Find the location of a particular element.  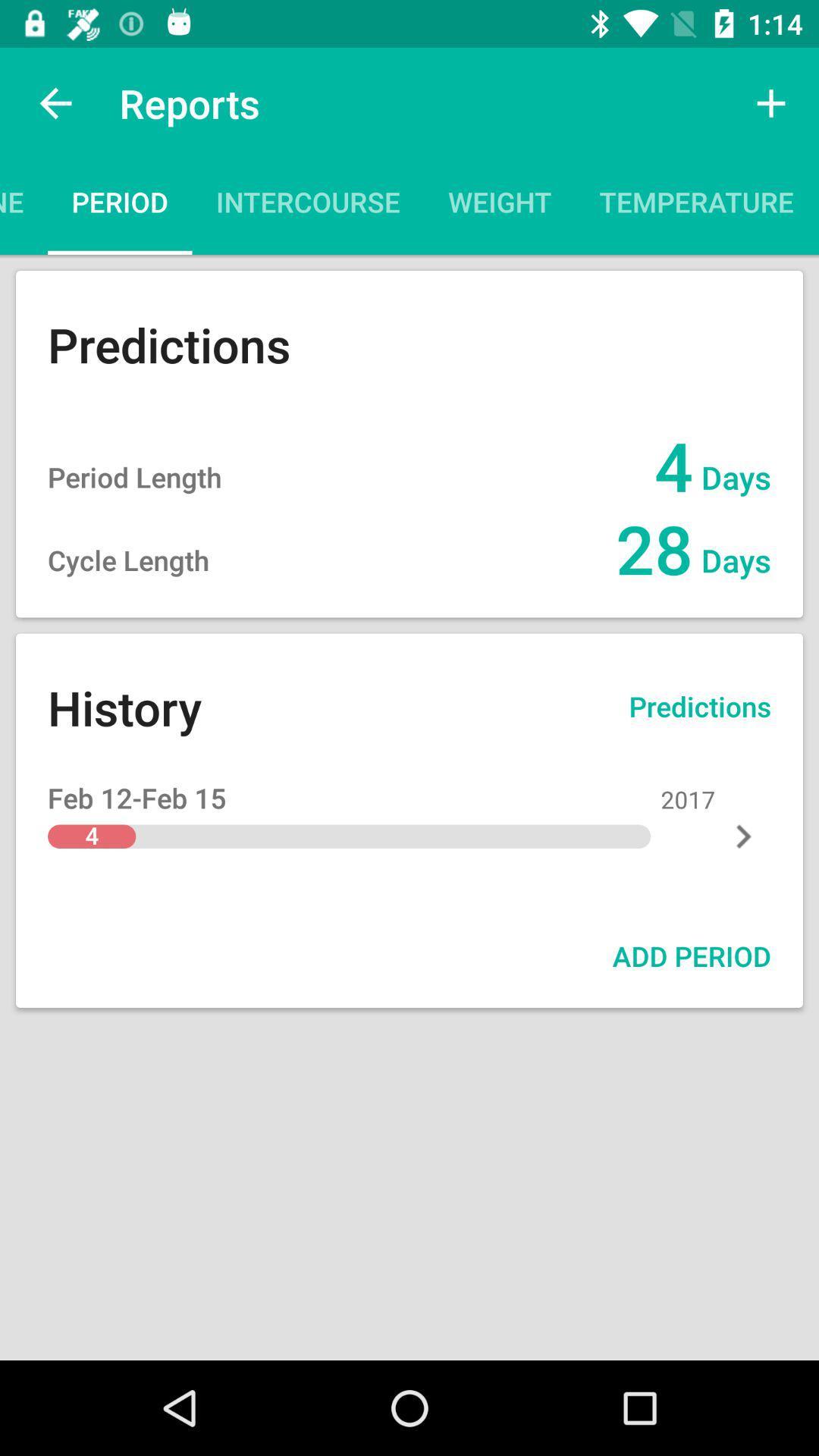

the icon to the right of weight item is located at coordinates (696, 206).